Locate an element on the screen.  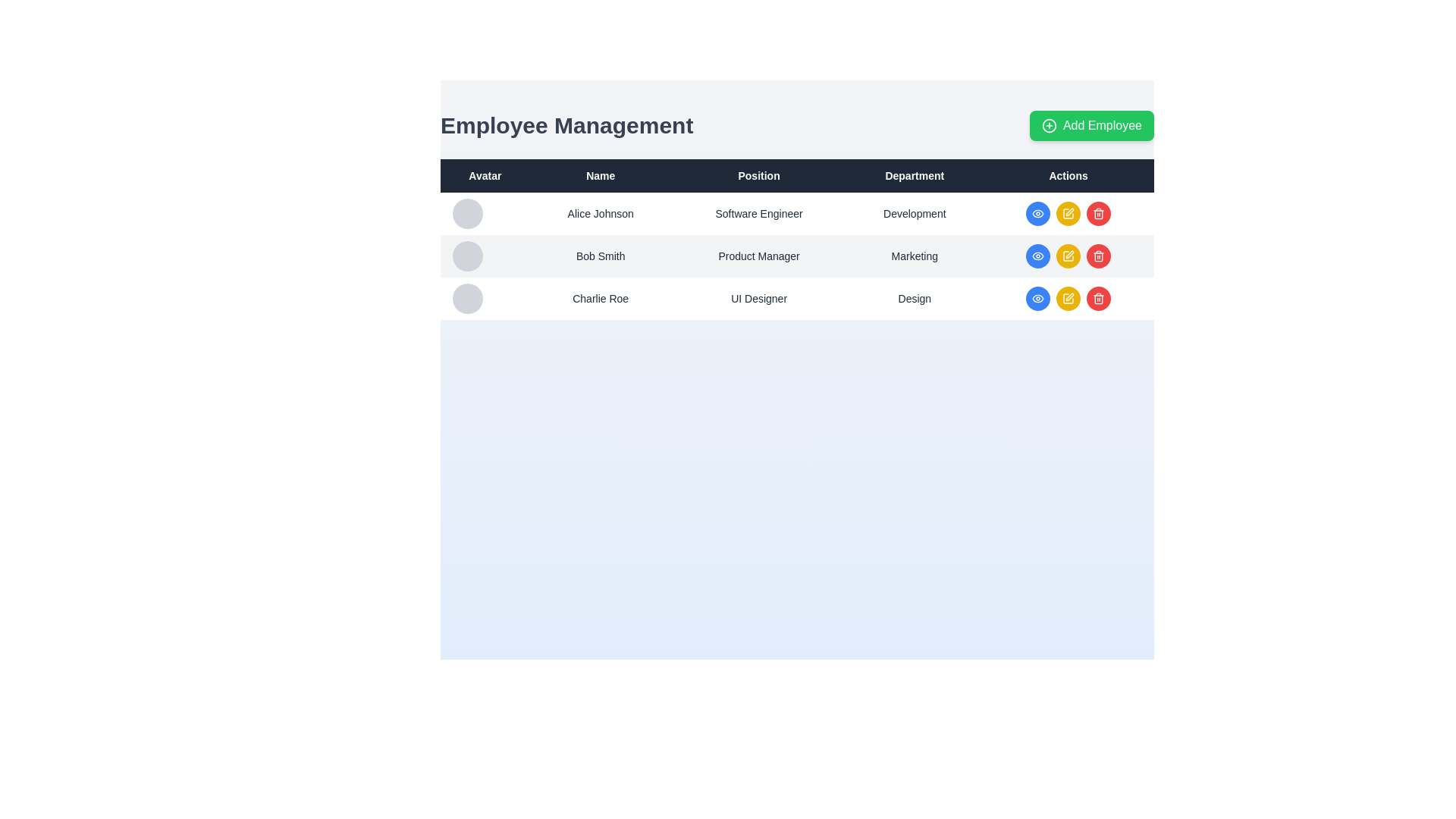
the edit icon button located in the Actions column of the second row corresponding to 'Bob Smith' is located at coordinates (1068, 213).